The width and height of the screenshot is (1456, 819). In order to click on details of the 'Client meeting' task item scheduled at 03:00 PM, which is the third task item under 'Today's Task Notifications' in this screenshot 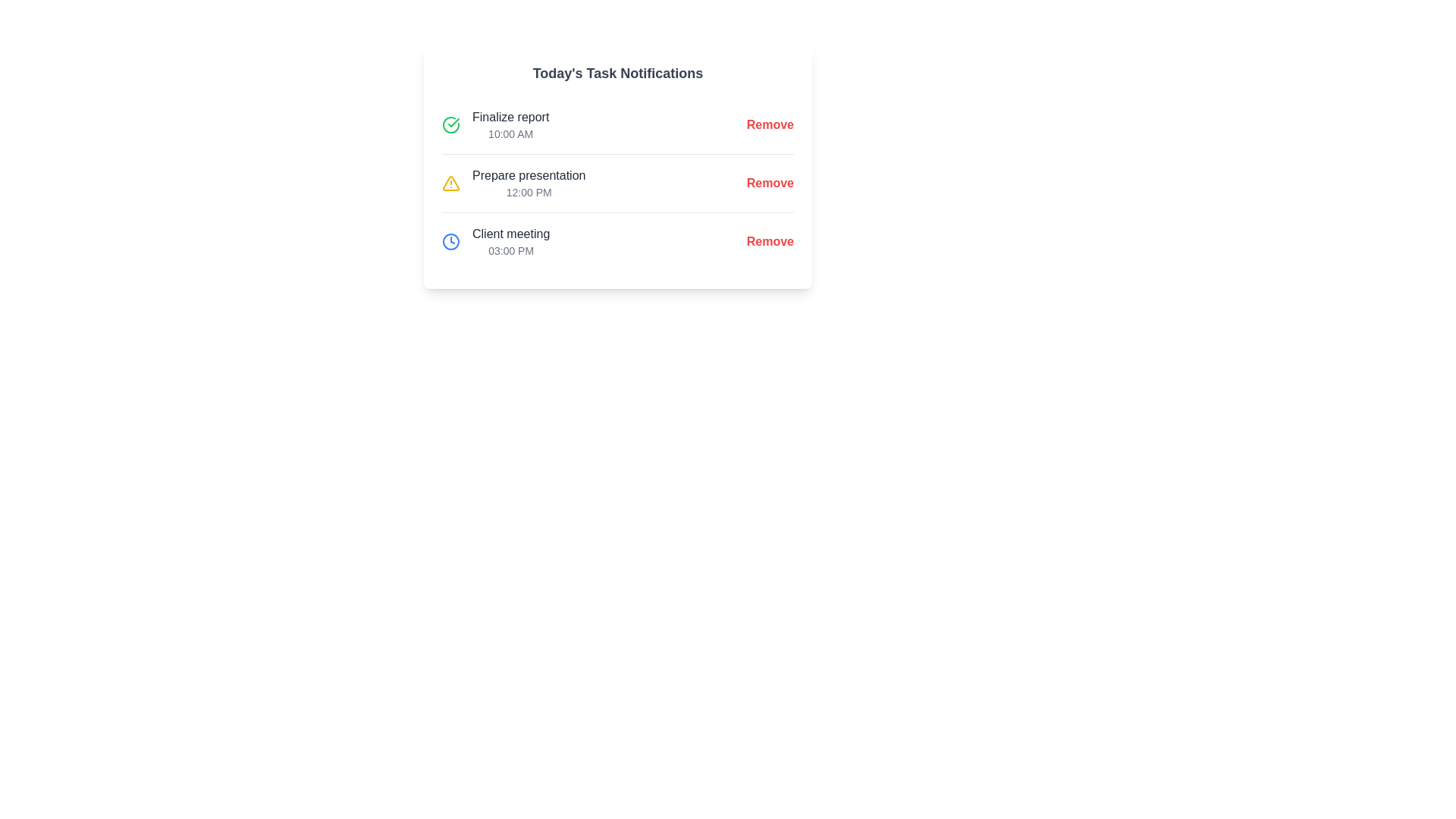, I will do `click(618, 240)`.